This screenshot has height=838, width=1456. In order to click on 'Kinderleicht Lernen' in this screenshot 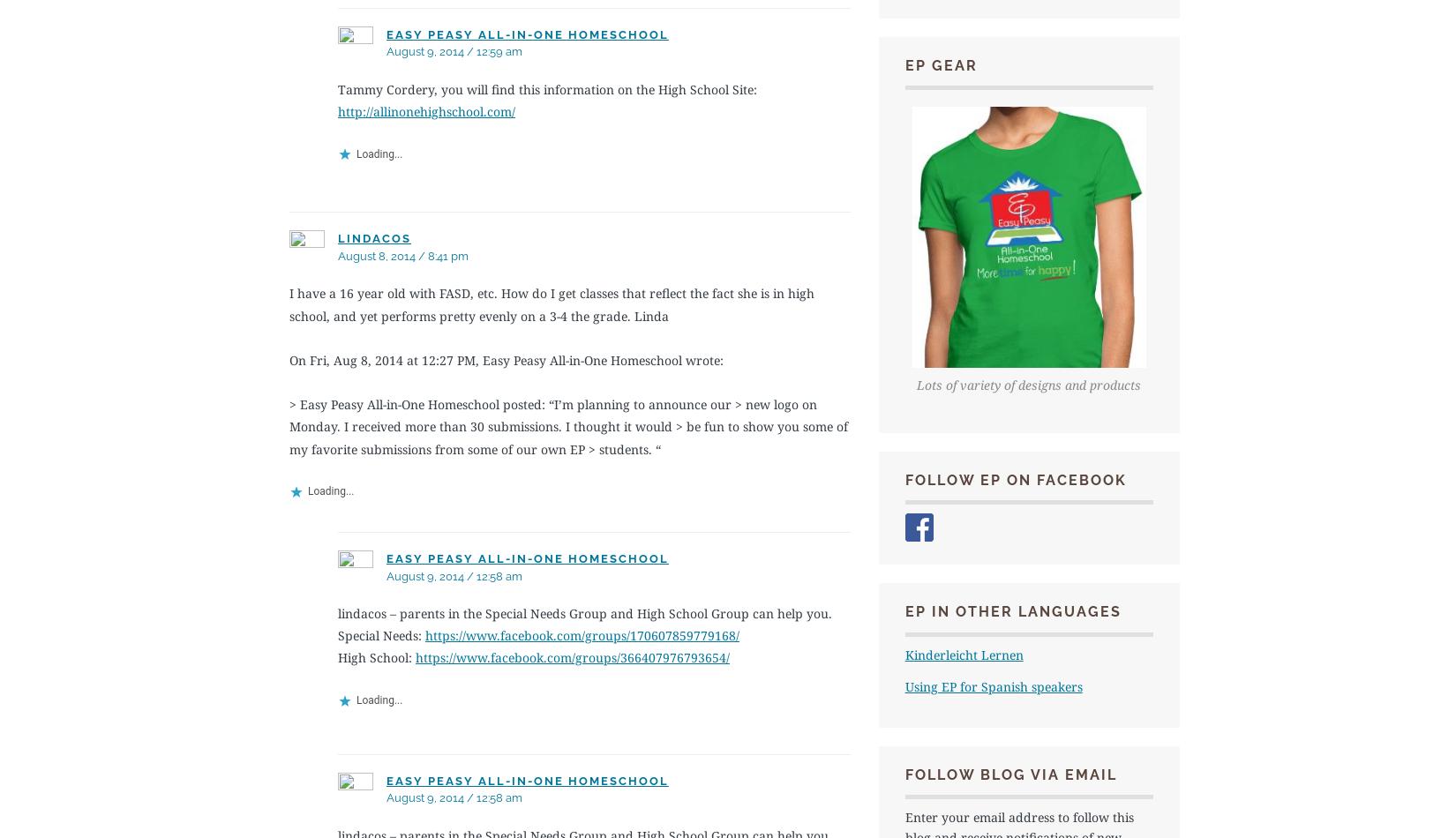, I will do `click(963, 654)`.